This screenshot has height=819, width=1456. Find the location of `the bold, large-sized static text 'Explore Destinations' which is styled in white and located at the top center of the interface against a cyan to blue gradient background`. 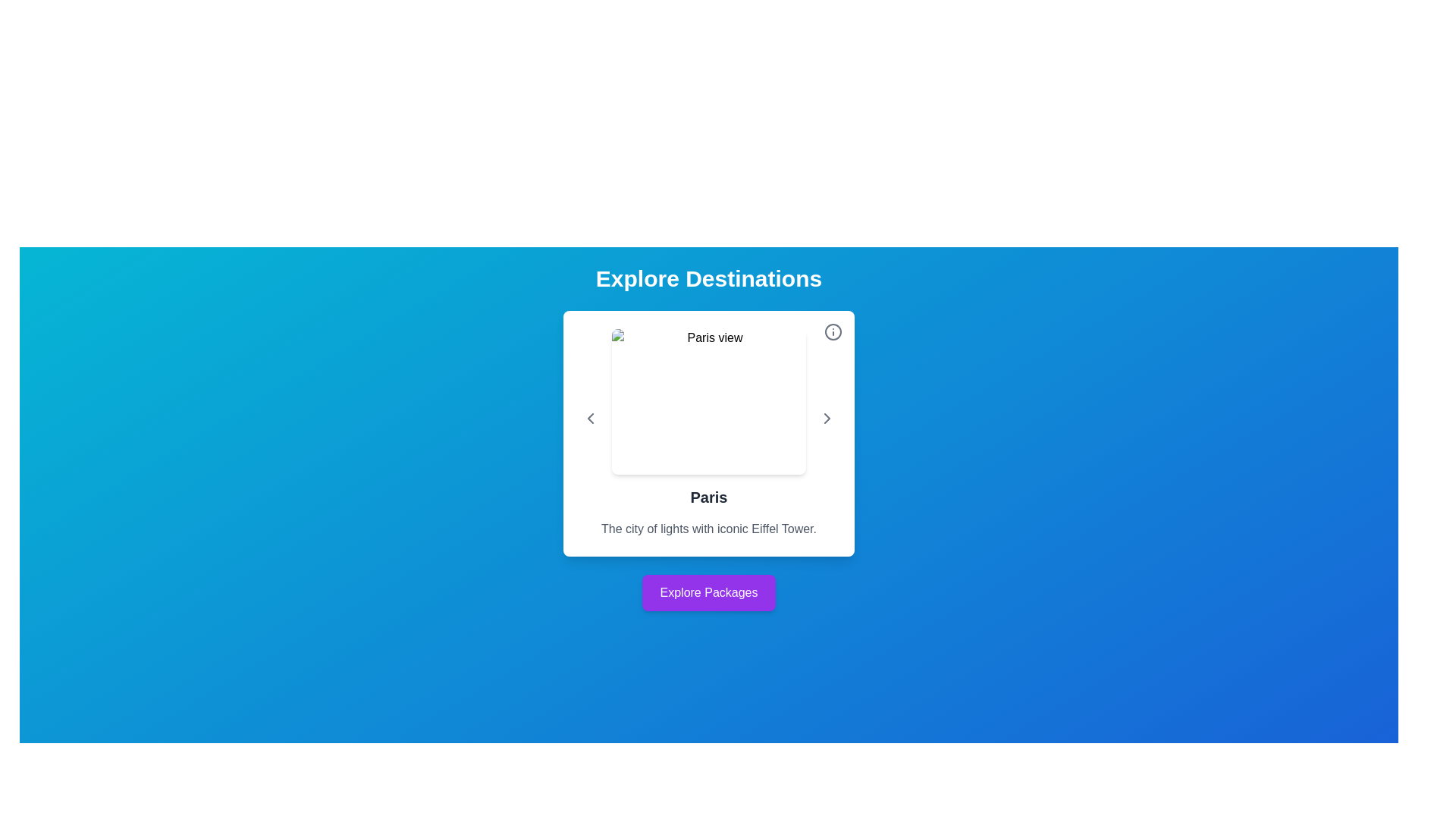

the bold, large-sized static text 'Explore Destinations' which is styled in white and located at the top center of the interface against a cyan to blue gradient background is located at coordinates (708, 278).